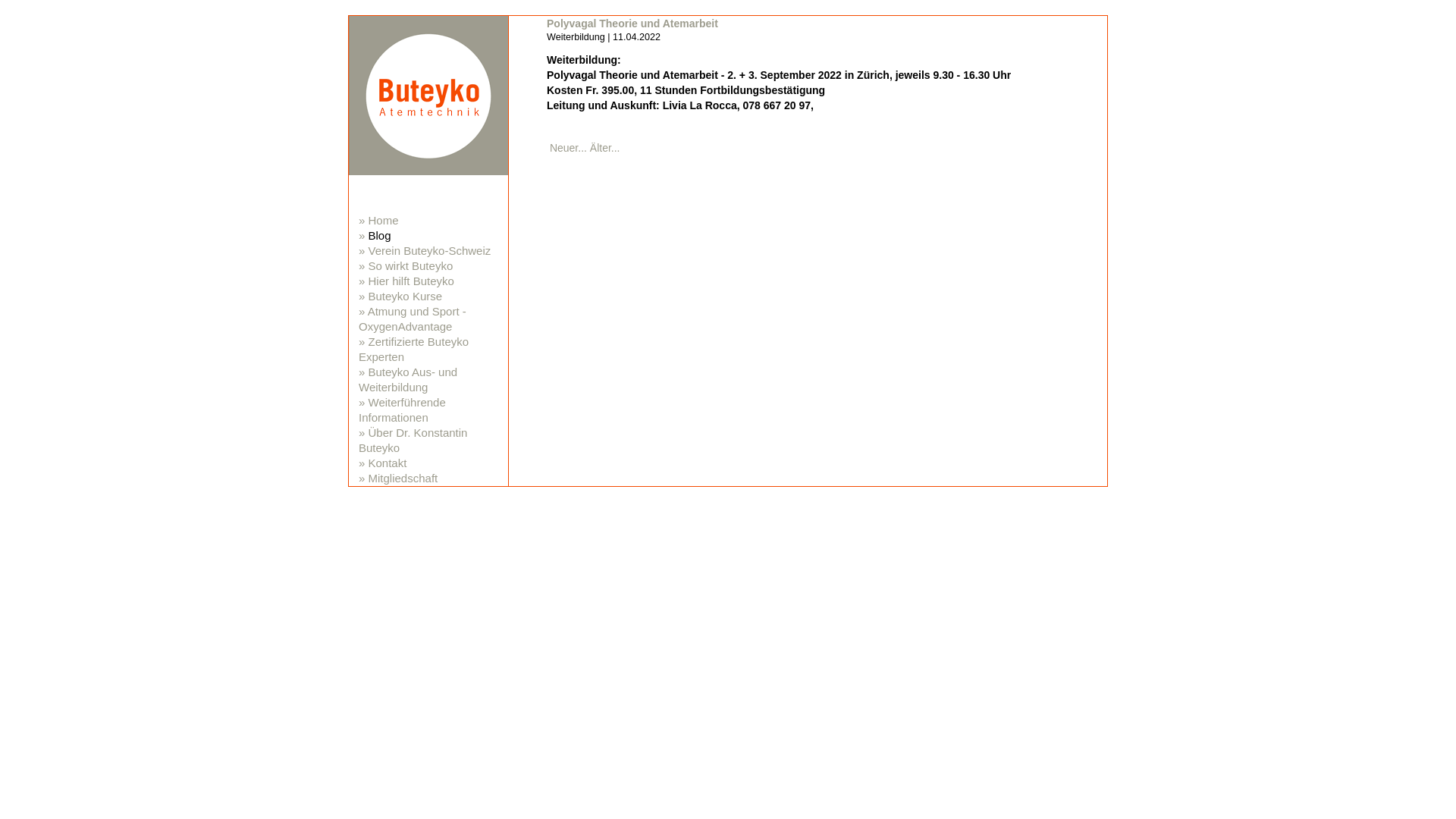 Image resolution: width=1456 pixels, height=819 pixels. Describe the element at coordinates (567, 148) in the screenshot. I see `'Neuer...'` at that location.